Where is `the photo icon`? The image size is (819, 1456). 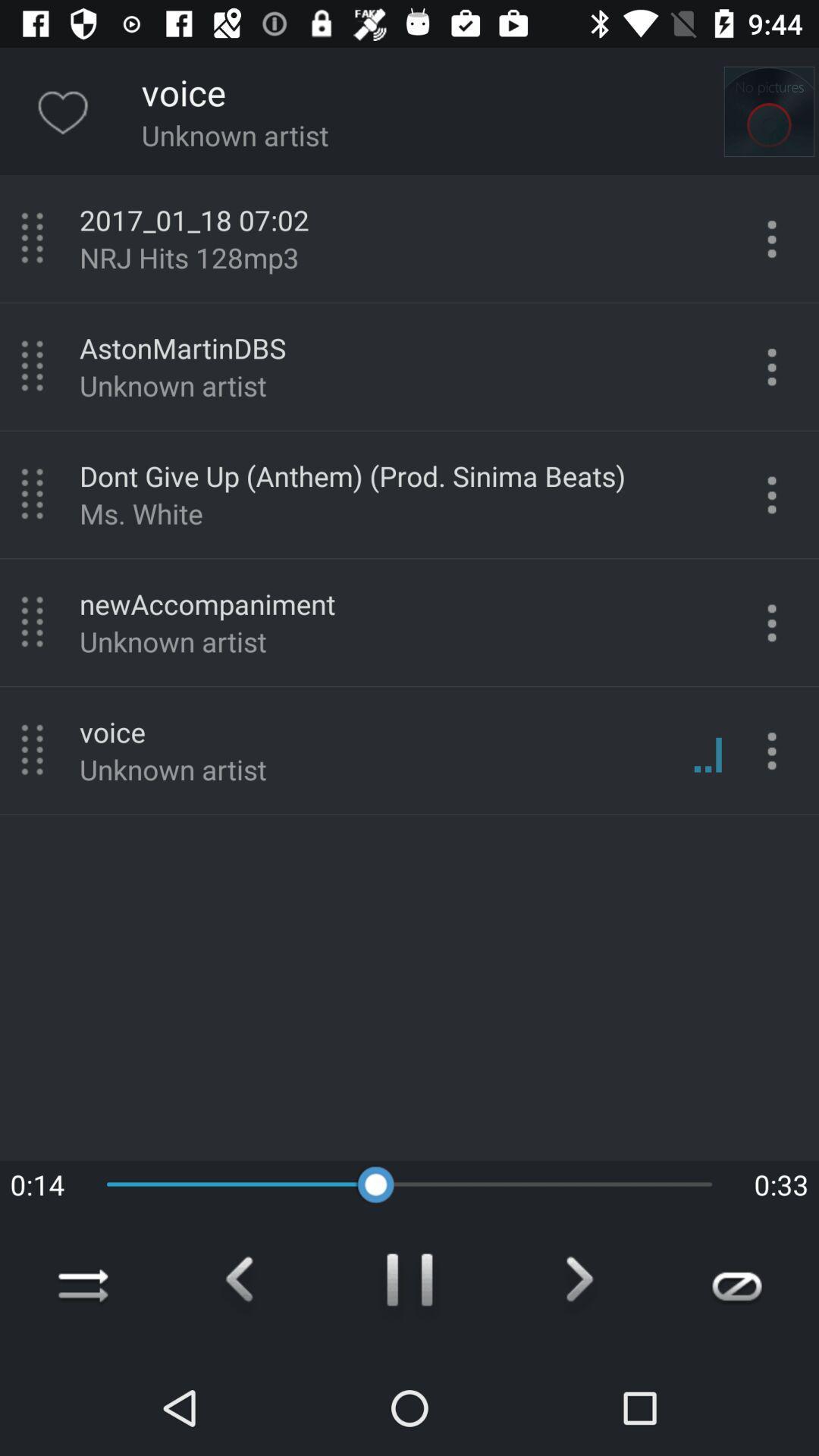 the photo icon is located at coordinates (763, 102).